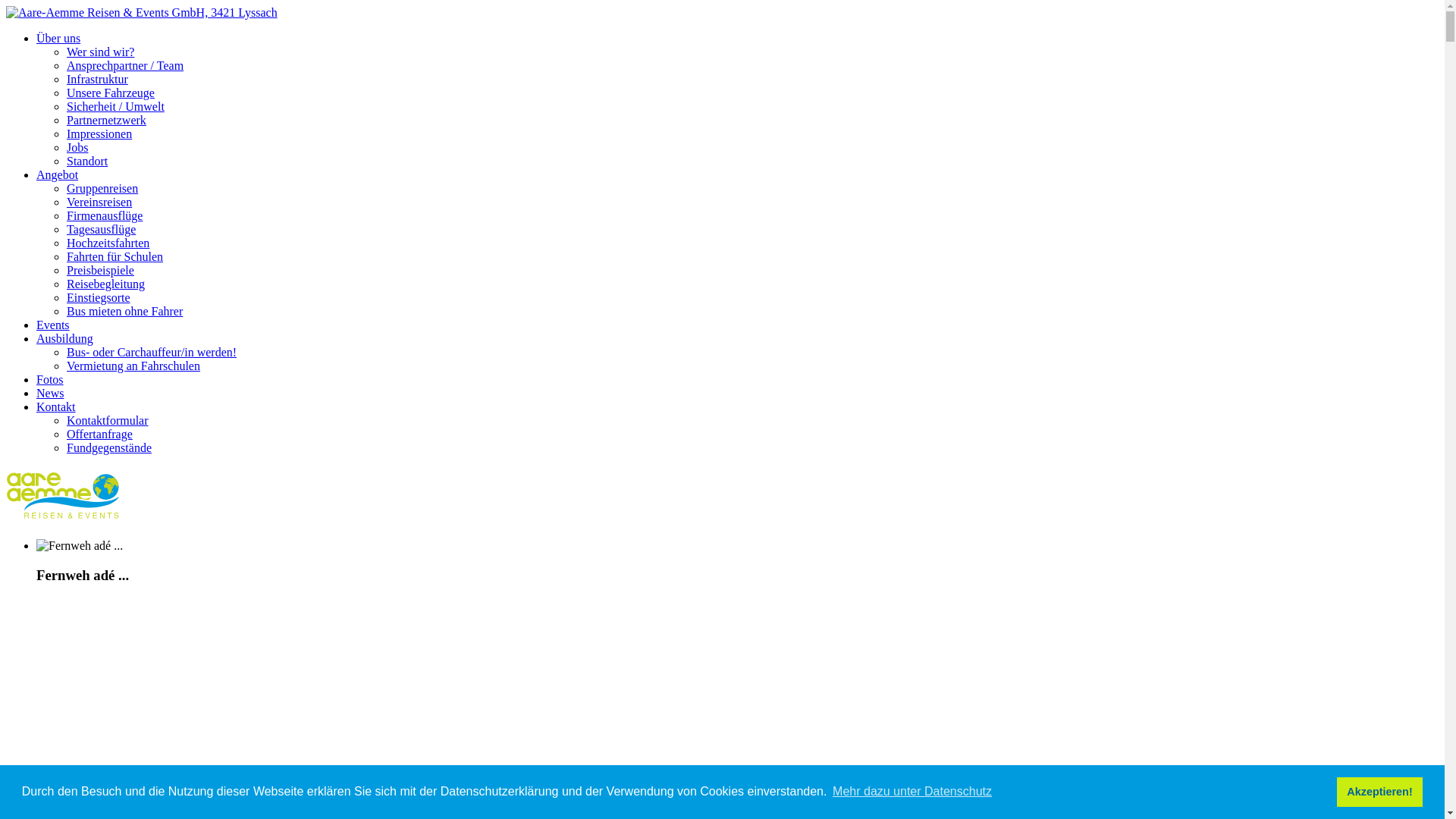 Image resolution: width=1456 pixels, height=819 pixels. I want to click on 'Kontaktformular', so click(107, 420).